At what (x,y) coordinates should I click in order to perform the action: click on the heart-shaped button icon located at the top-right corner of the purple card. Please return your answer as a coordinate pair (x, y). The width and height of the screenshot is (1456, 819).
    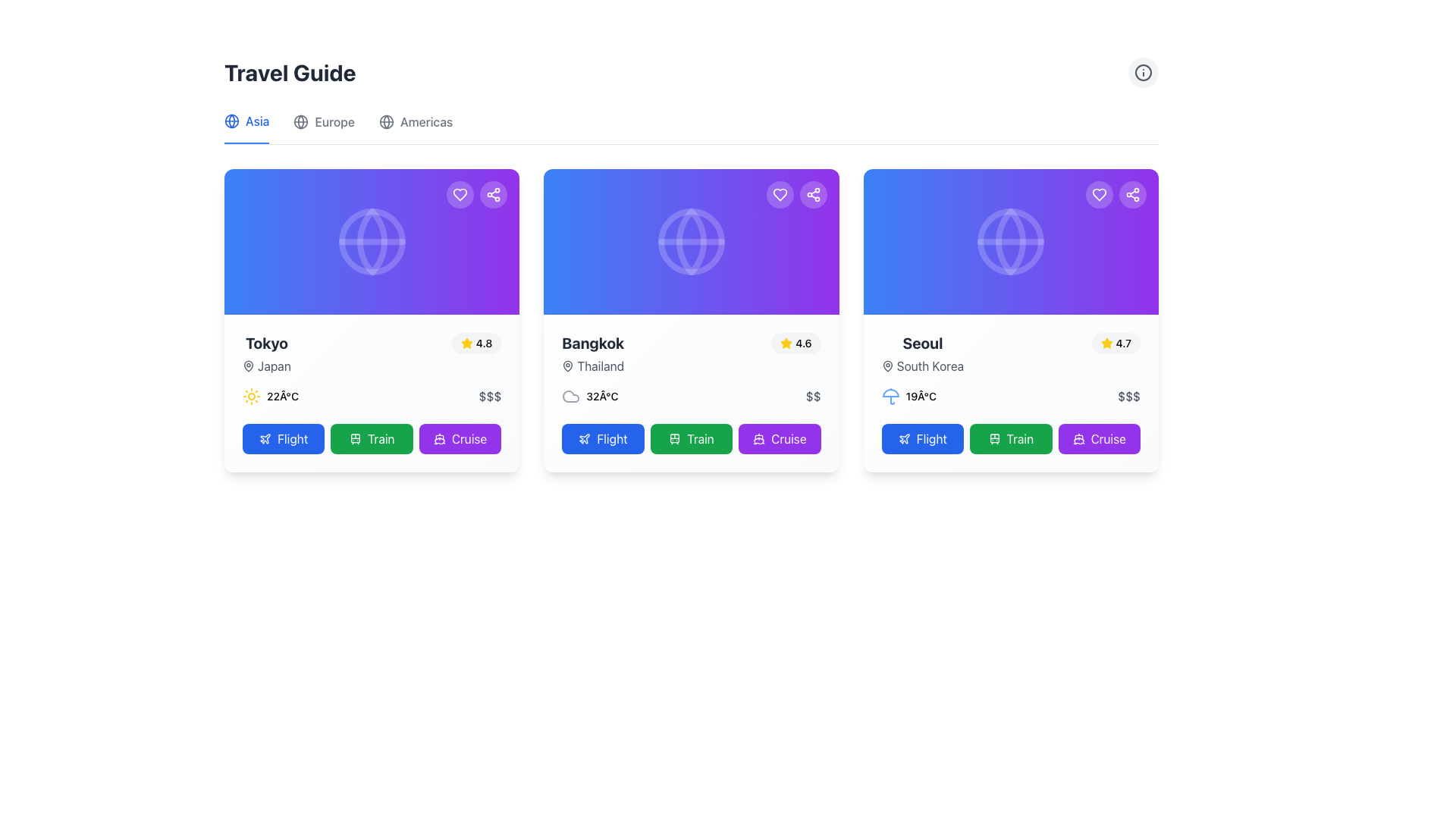
    Looking at the image, I should click on (780, 194).